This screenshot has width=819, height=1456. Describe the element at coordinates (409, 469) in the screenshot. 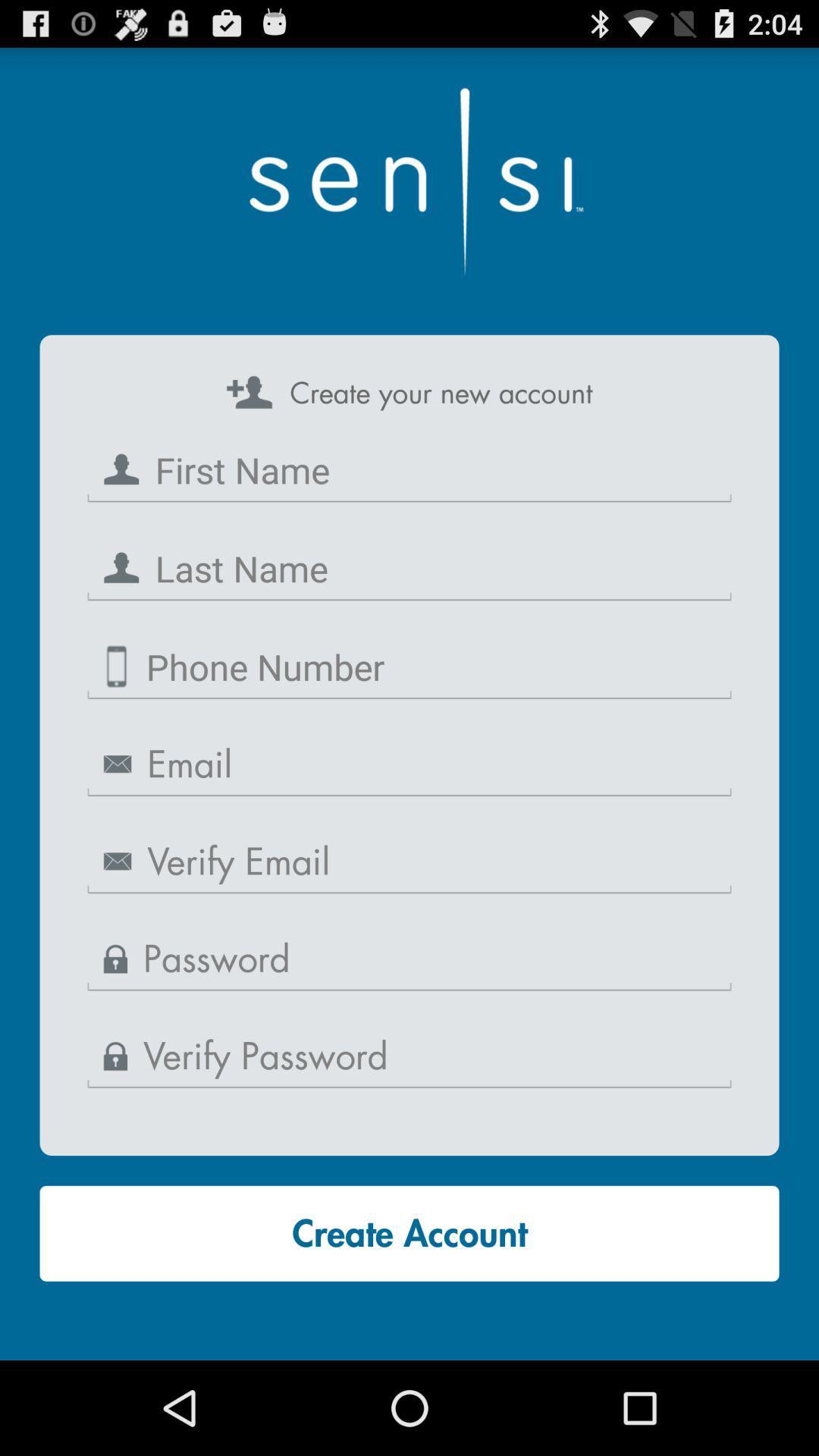

I see `fill in your first name` at that location.